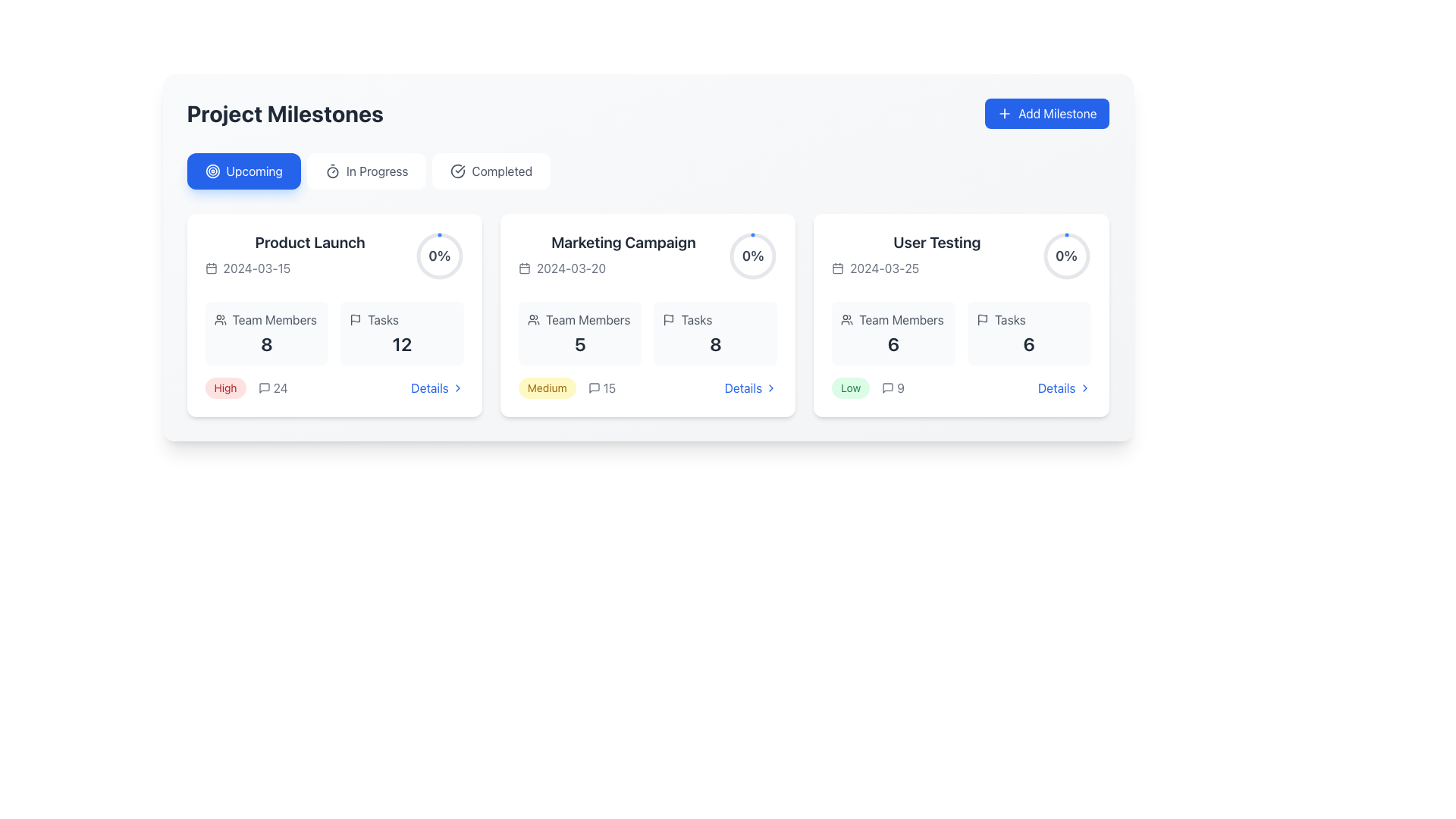 Image resolution: width=1456 pixels, height=819 pixels. What do you see at coordinates (579, 332) in the screenshot?
I see `the Text with Icon displaying the number of team members associated with the Marketing Campaign milestone, located under the 'Marketing Campaign' card in the grid layout` at bounding box center [579, 332].